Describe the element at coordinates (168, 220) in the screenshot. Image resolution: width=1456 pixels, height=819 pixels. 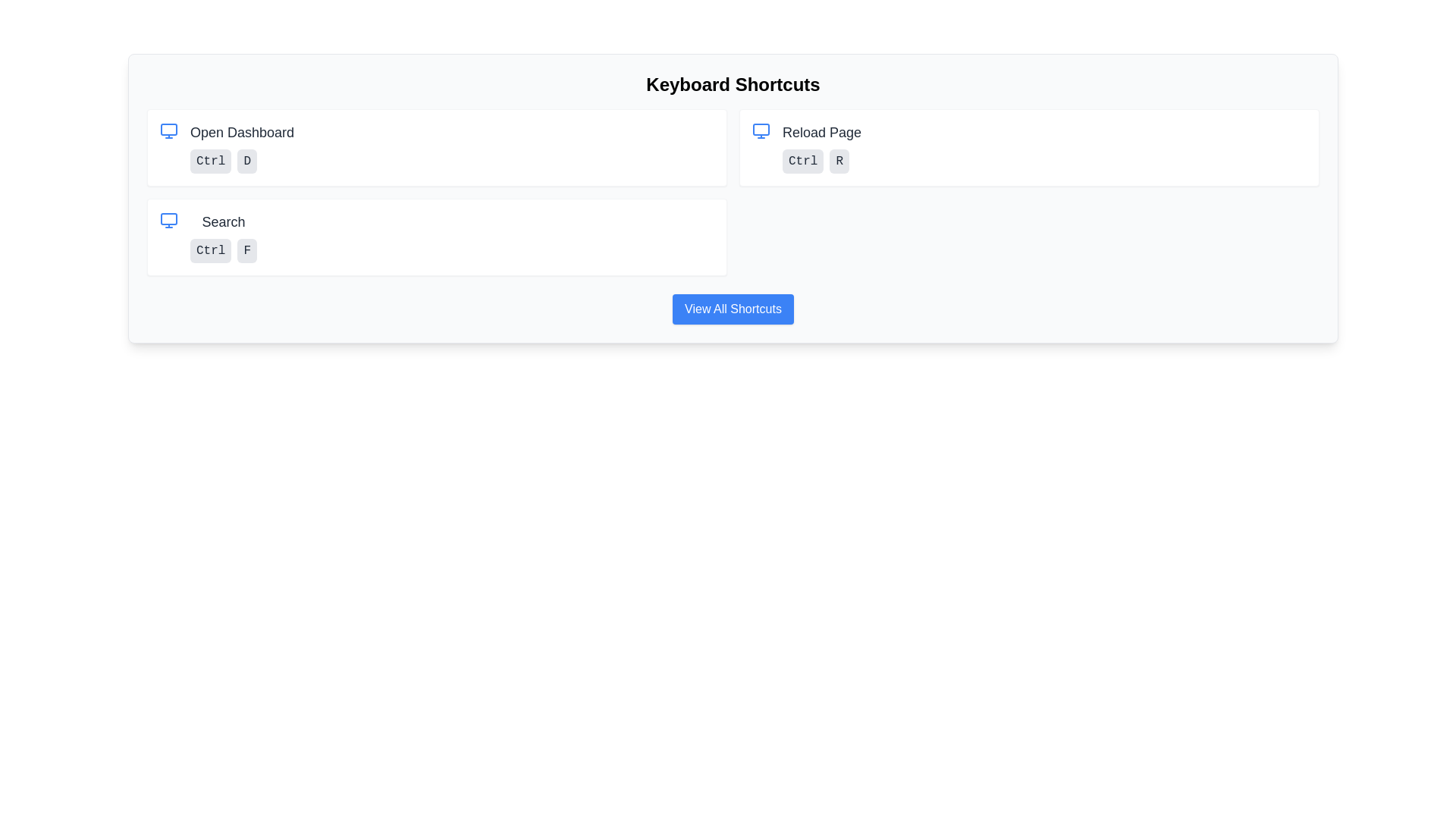
I see `the graphical icon resembling a monitor with blue outlines located in the top-left corner of the 'Search' card, adjacent to the text 'Search' and the shortcut keys 'Ctrl' and 'F'` at that location.